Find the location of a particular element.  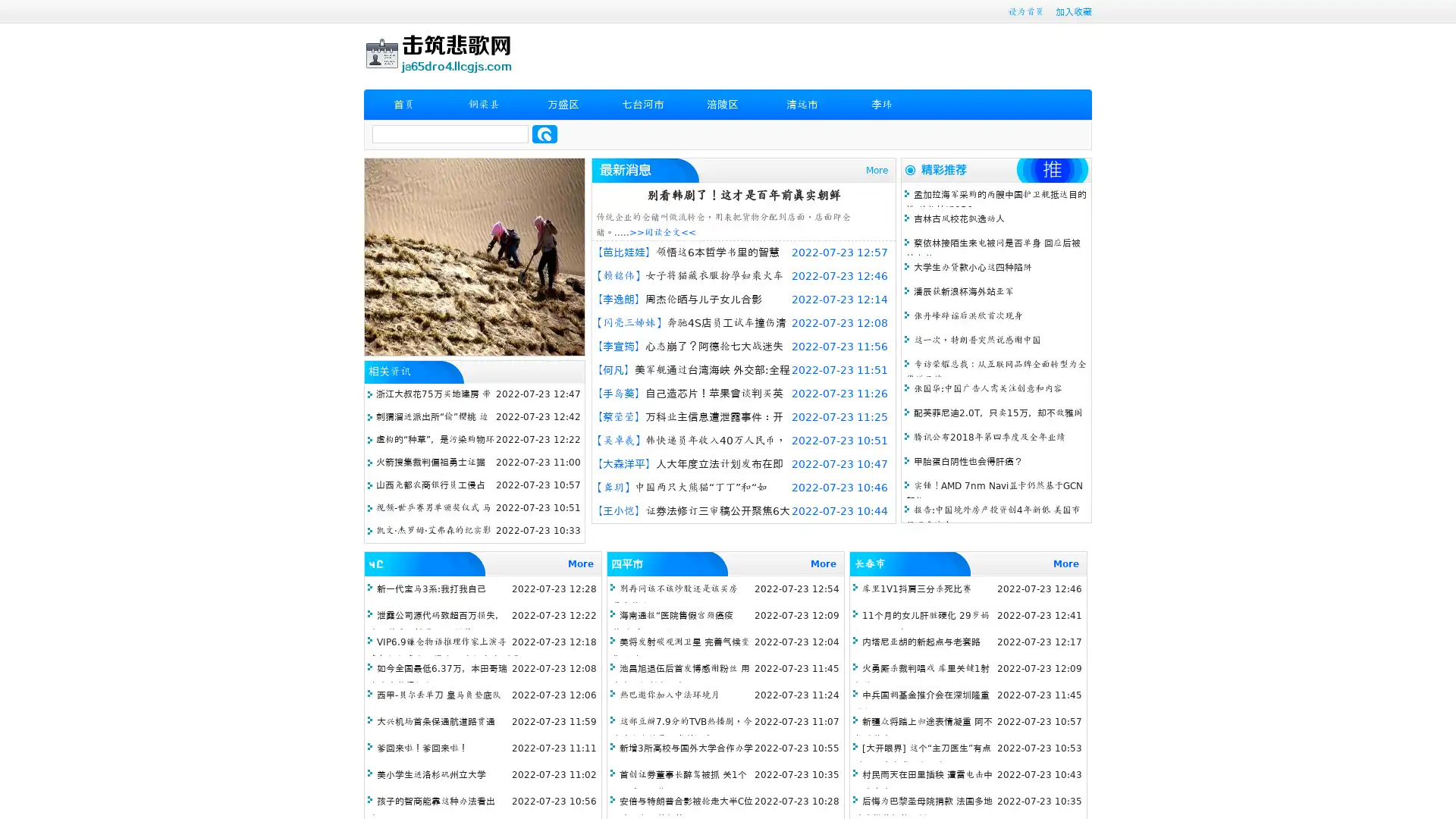

Search is located at coordinates (544, 133).